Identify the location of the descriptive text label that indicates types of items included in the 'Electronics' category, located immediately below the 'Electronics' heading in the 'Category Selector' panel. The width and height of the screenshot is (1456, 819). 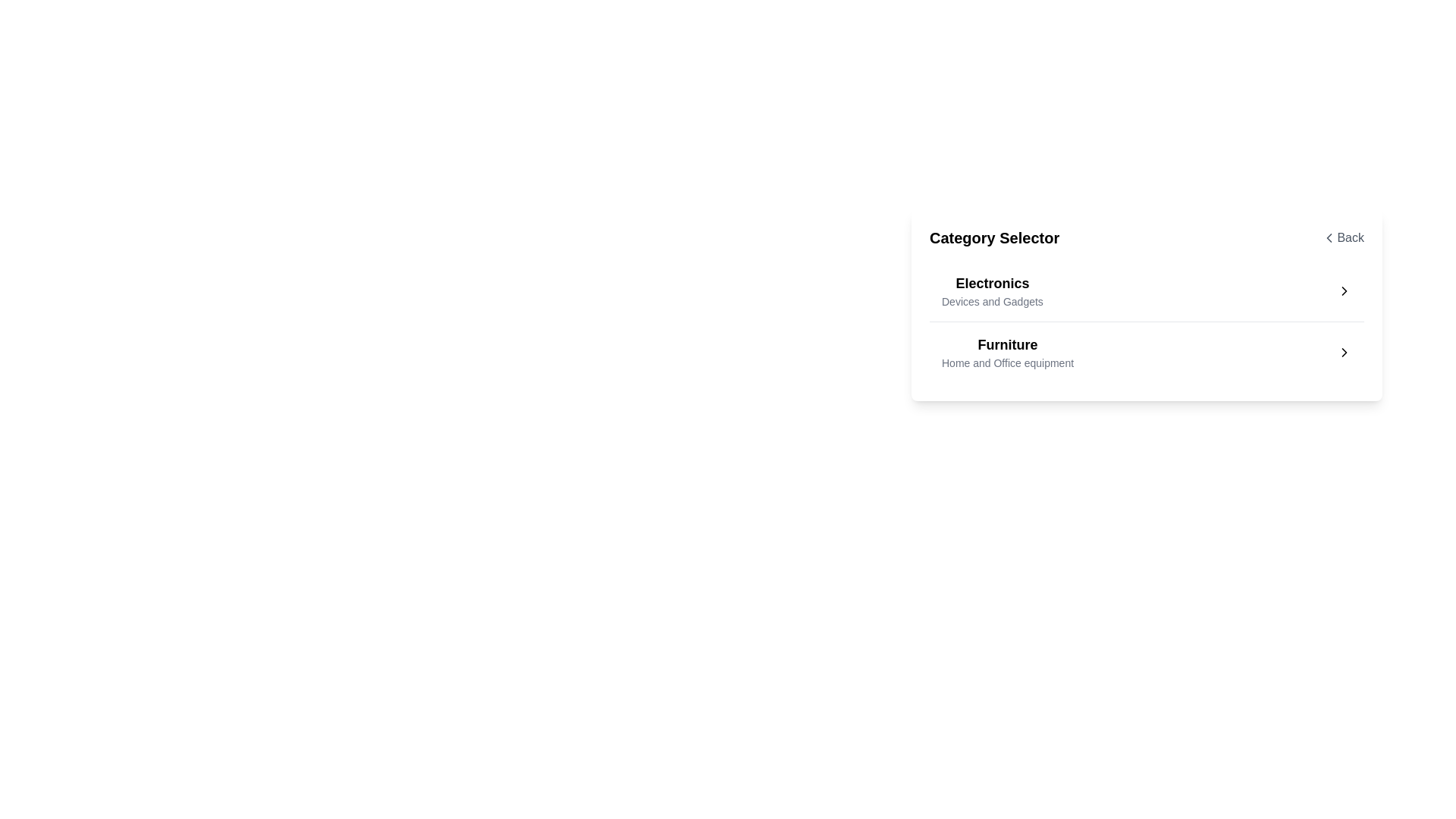
(992, 301).